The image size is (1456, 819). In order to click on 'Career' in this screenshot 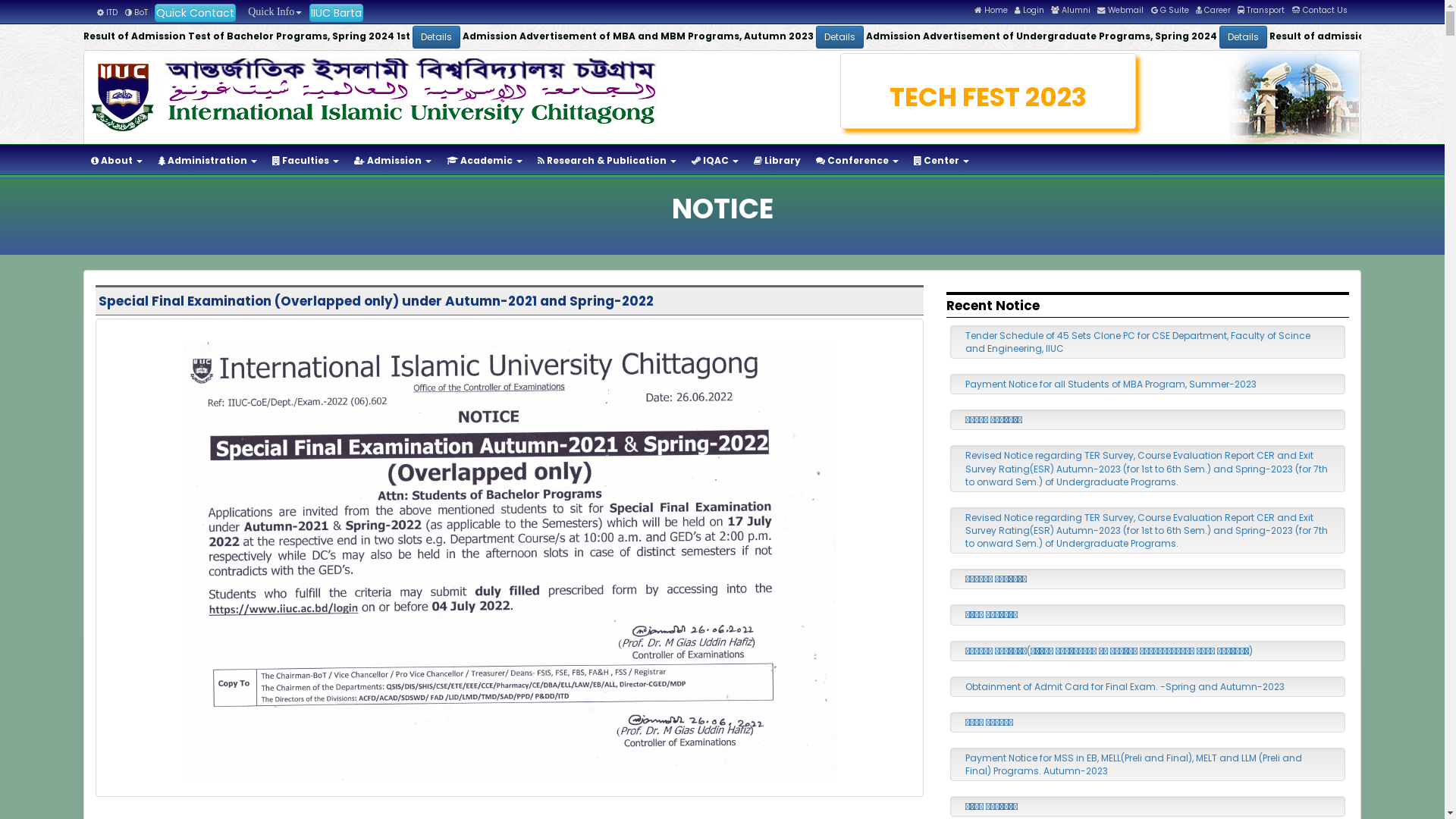, I will do `click(1212, 10)`.